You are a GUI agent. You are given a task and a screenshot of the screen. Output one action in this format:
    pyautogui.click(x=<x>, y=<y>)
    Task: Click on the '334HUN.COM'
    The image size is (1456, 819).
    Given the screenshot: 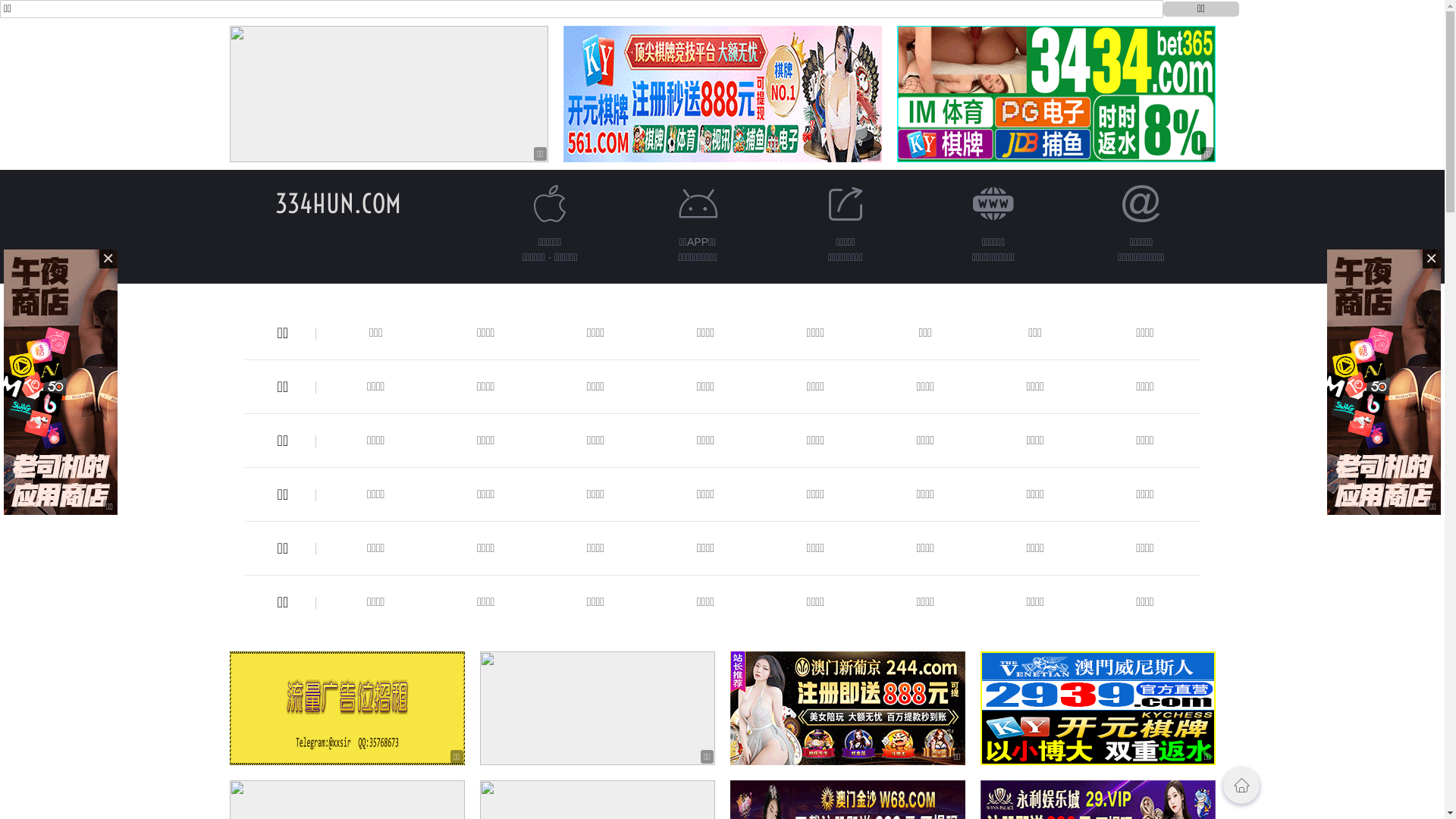 What is the action you would take?
    pyautogui.click(x=274, y=202)
    